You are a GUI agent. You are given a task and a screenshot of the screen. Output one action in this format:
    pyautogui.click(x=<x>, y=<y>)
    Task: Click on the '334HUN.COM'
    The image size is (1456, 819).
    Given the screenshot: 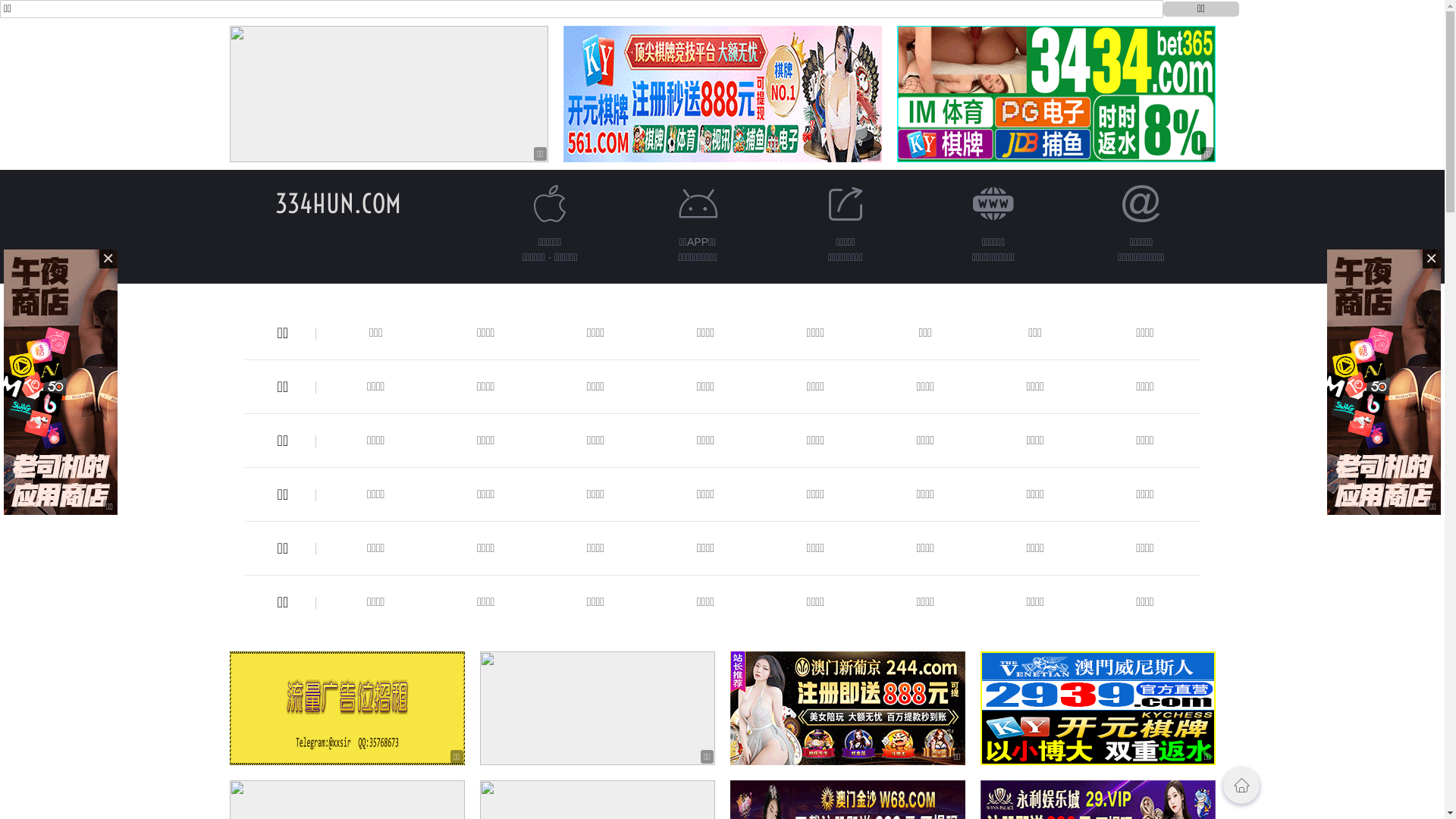 What is the action you would take?
    pyautogui.click(x=274, y=202)
    